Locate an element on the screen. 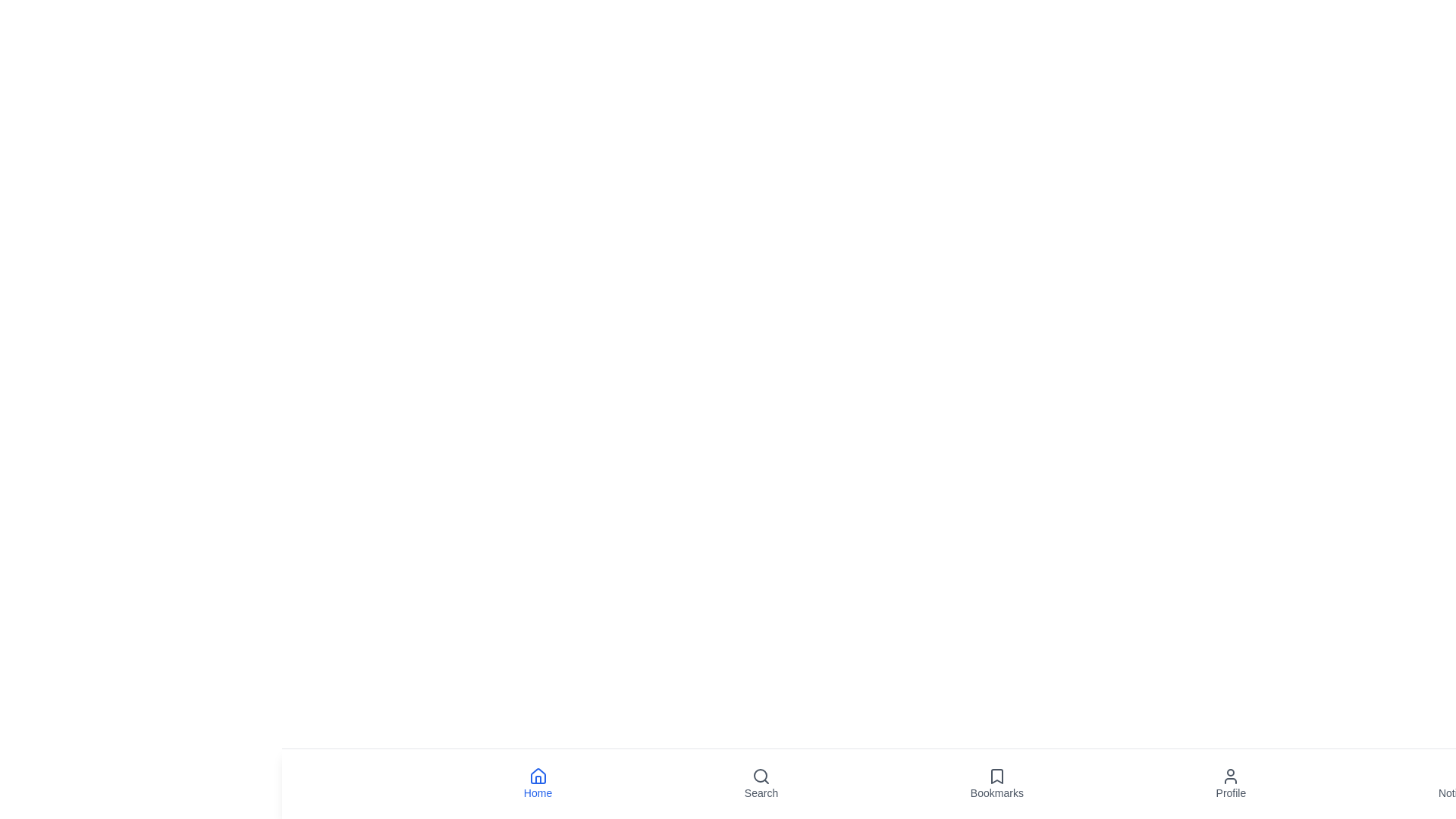 This screenshot has width=1456, height=819. the Profile icon in the bottom navigation bar is located at coordinates (1231, 783).